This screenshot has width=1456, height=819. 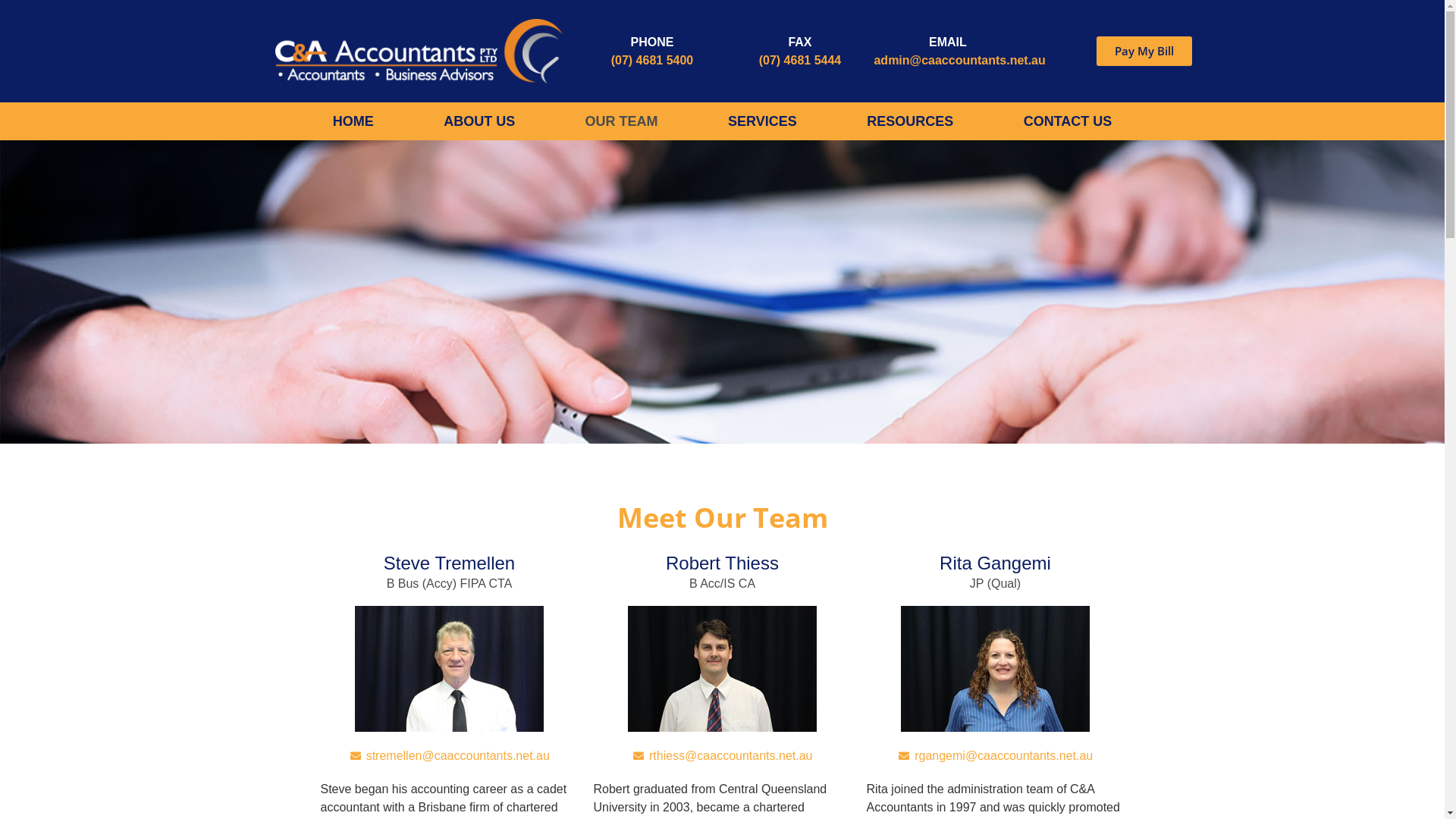 I want to click on 'OUR TEAM', so click(x=621, y=120).